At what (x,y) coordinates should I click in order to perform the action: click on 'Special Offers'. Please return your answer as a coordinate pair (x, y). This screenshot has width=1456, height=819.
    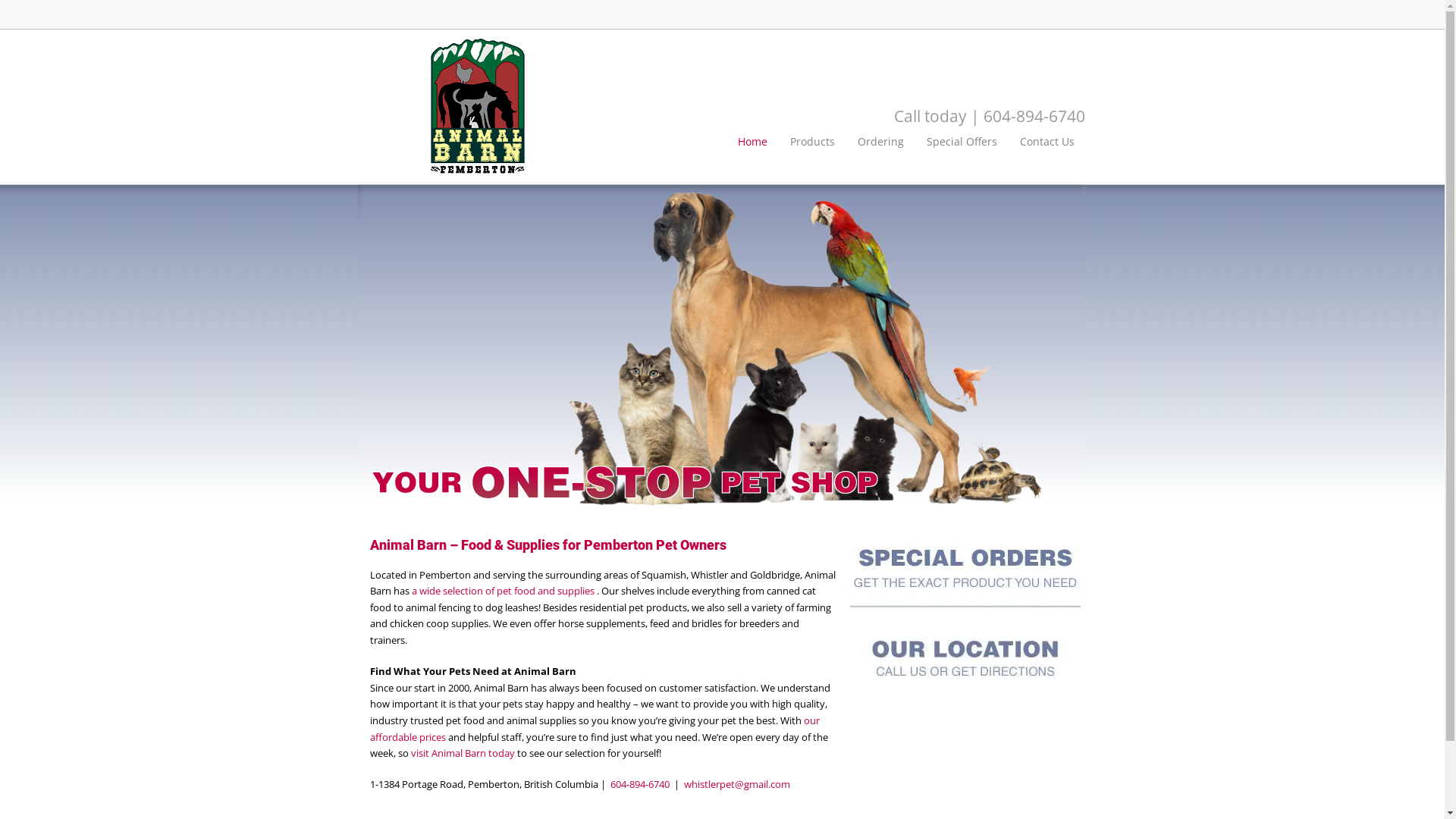
    Looking at the image, I should click on (961, 141).